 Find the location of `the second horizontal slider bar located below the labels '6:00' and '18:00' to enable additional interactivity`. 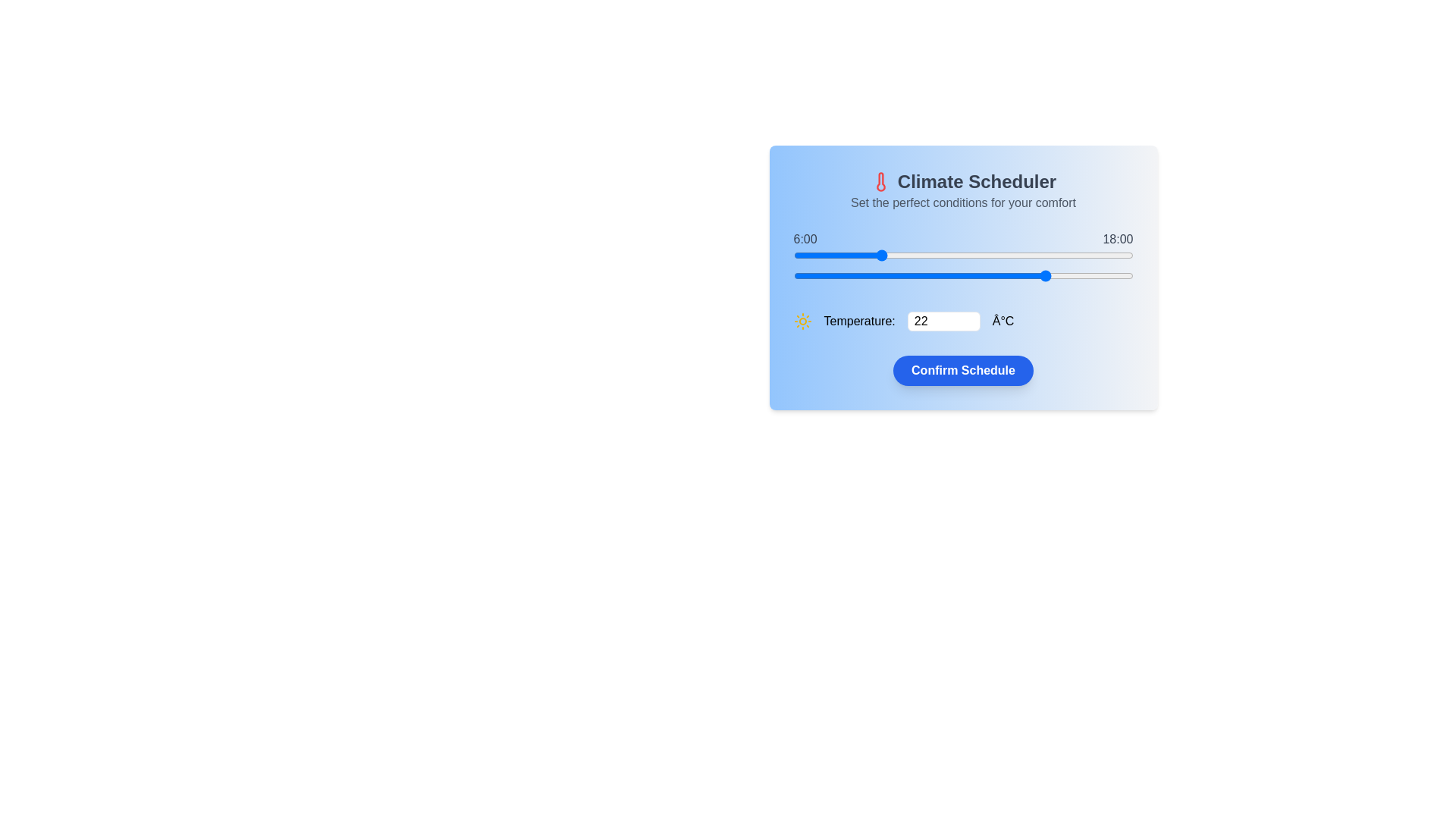

the second horizontal slider bar located below the labels '6:00' and '18:00' to enable additional interactivity is located at coordinates (962, 275).